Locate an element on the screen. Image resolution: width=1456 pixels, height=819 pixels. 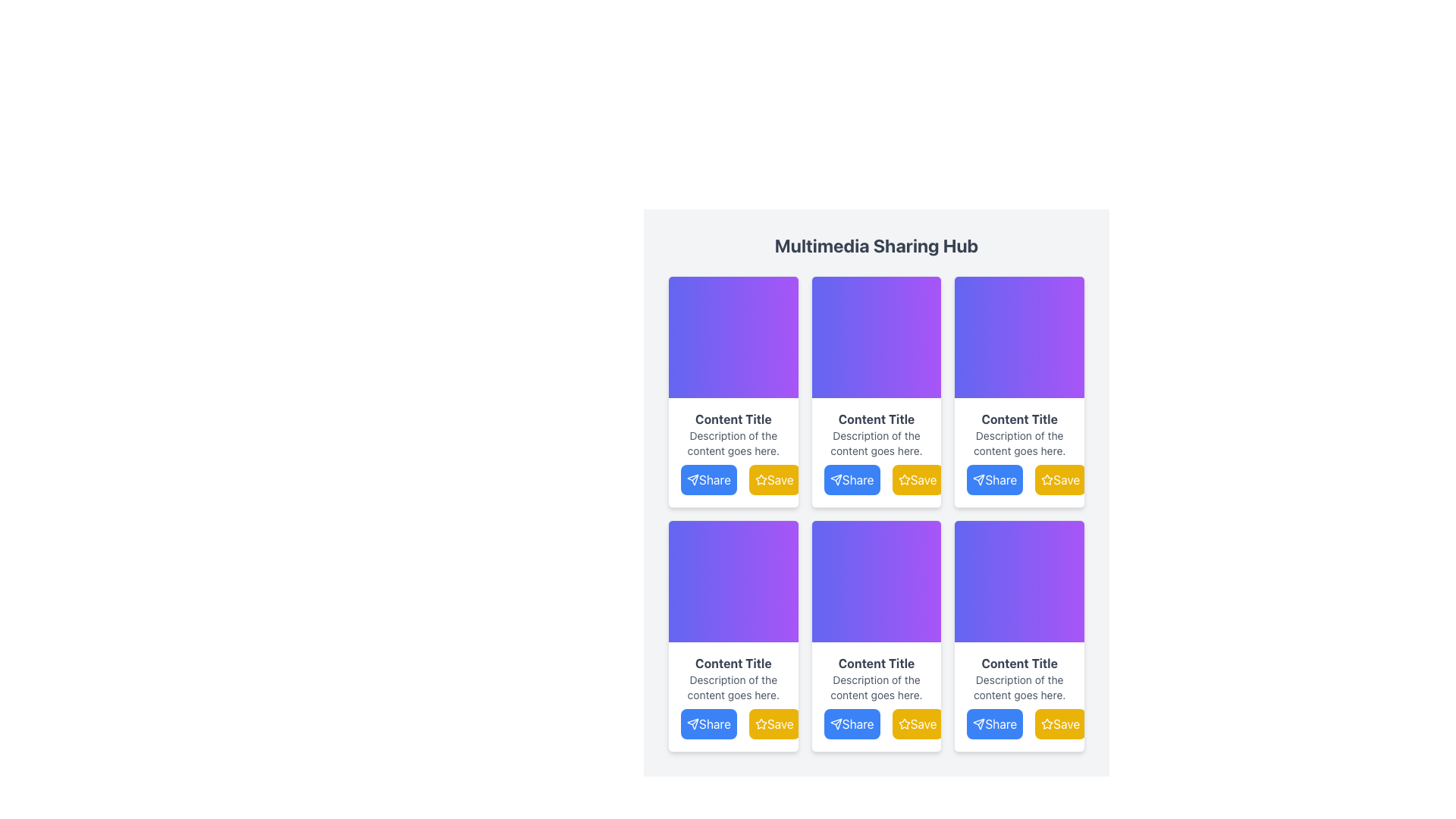
the share button located in the fourth card from the left and third row from the top to share the content is located at coordinates (877, 723).